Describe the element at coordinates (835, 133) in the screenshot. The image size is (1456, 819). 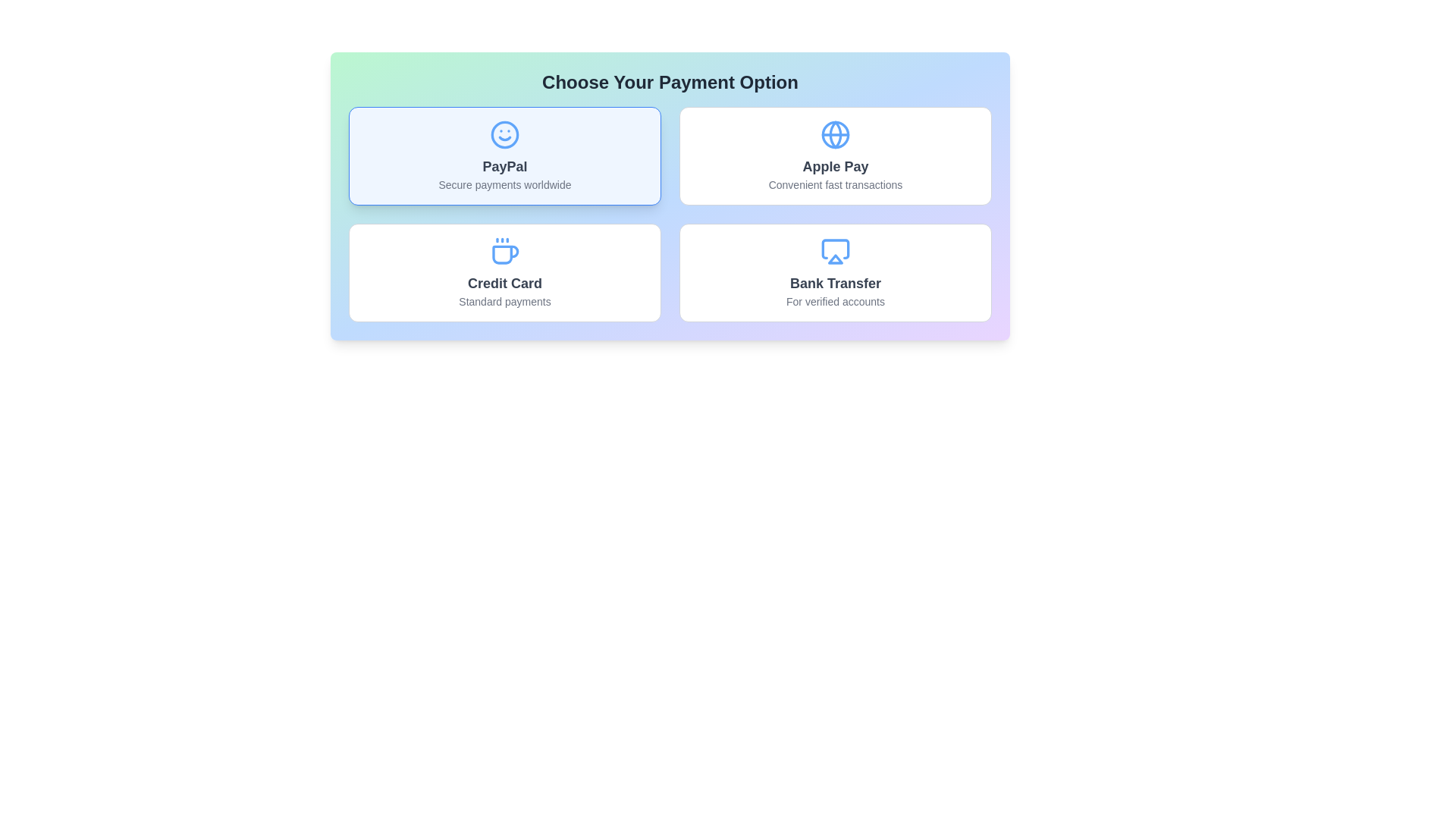
I see `the globe icon located in the top-right card titled 'Apple Pay', situated above the text 'Apple Pay' and 'Convenient fast transactions'` at that location.